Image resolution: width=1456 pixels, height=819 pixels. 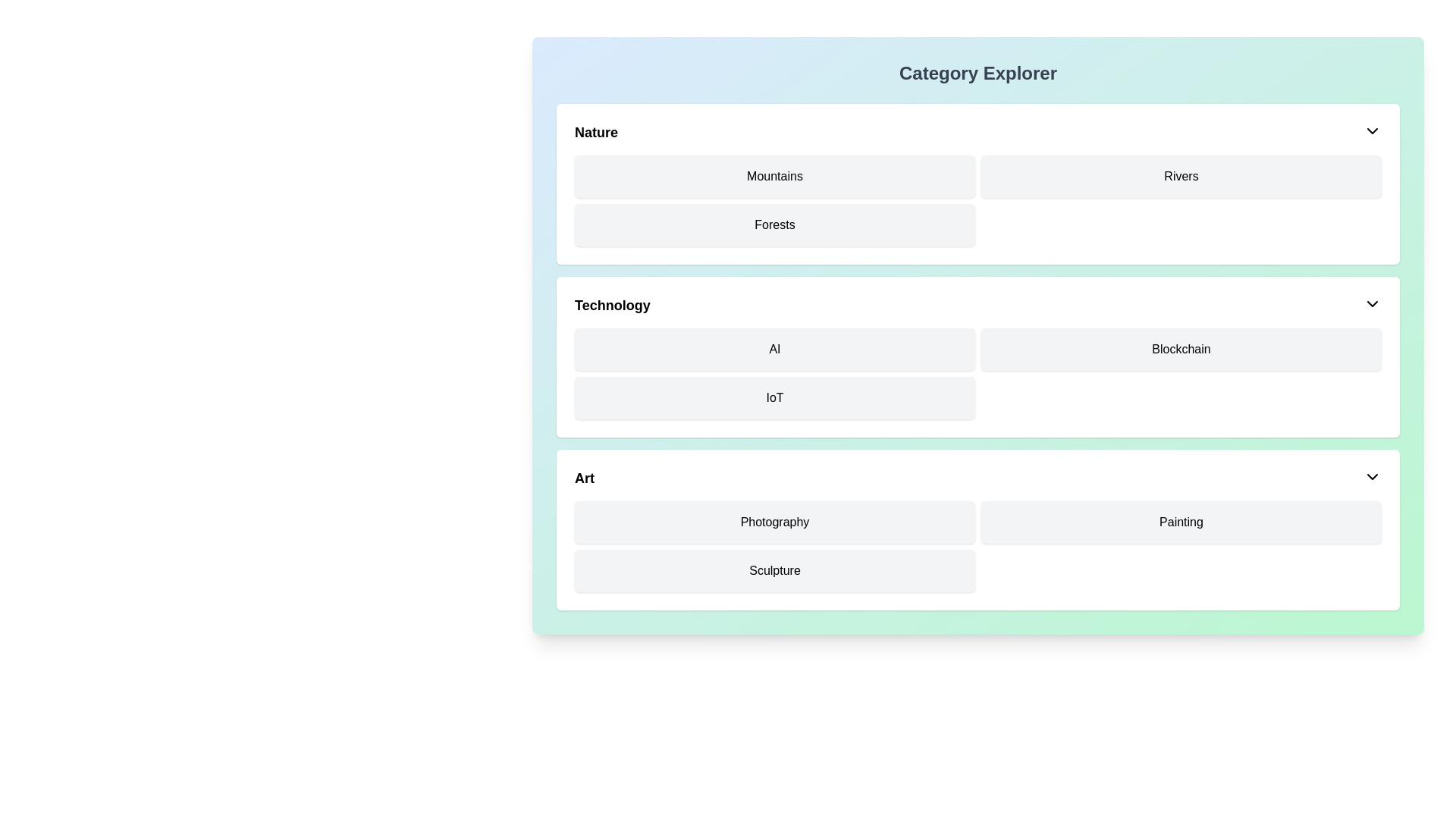 I want to click on the 'Photography' label, which is a bold text element in a rounded rectangular box with a light gray background, located in the 'Art' group, so click(x=775, y=522).